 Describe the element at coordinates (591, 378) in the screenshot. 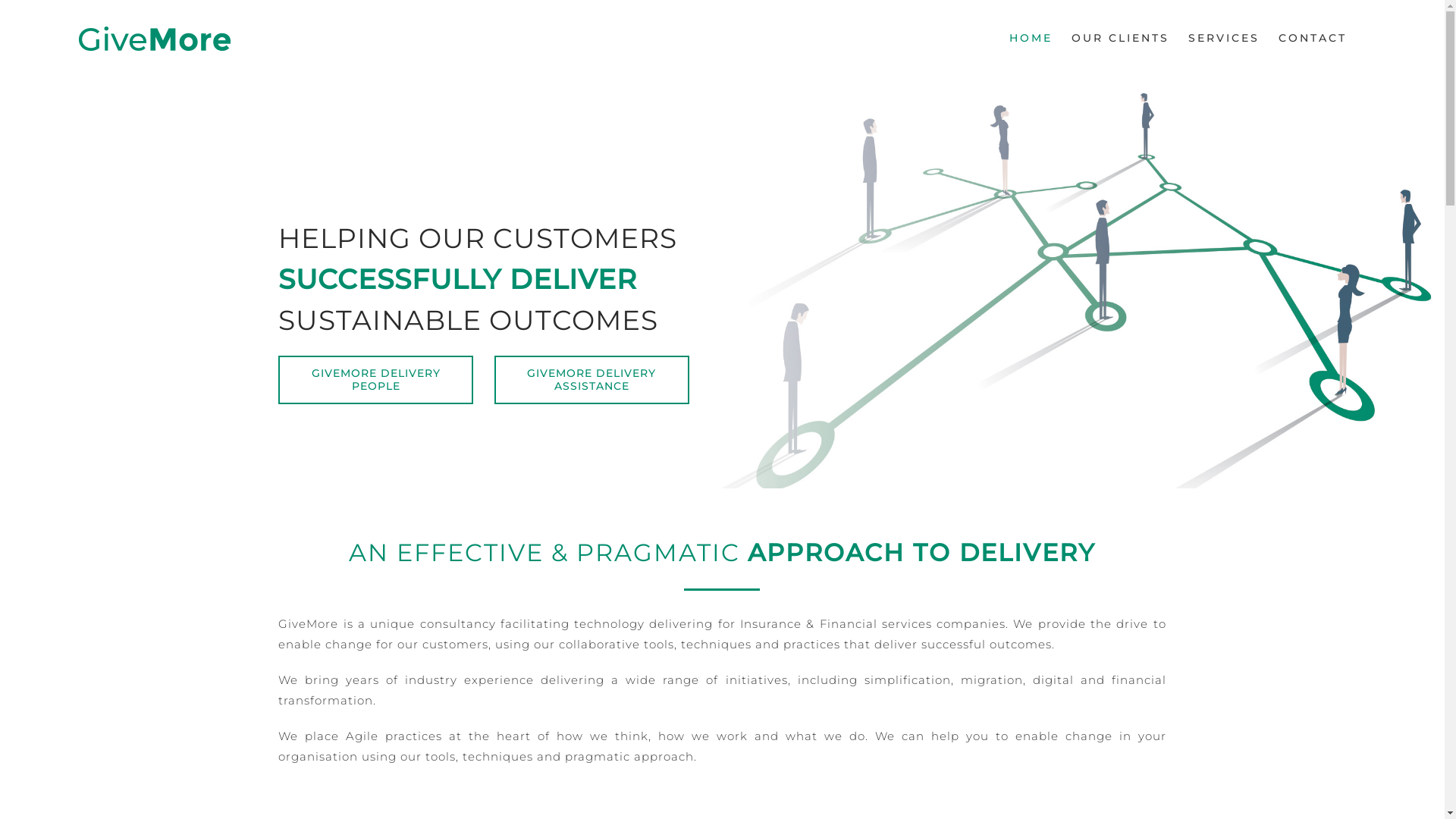

I see `'GIVEMORE DELIVERY ASSISTANCE'` at that location.